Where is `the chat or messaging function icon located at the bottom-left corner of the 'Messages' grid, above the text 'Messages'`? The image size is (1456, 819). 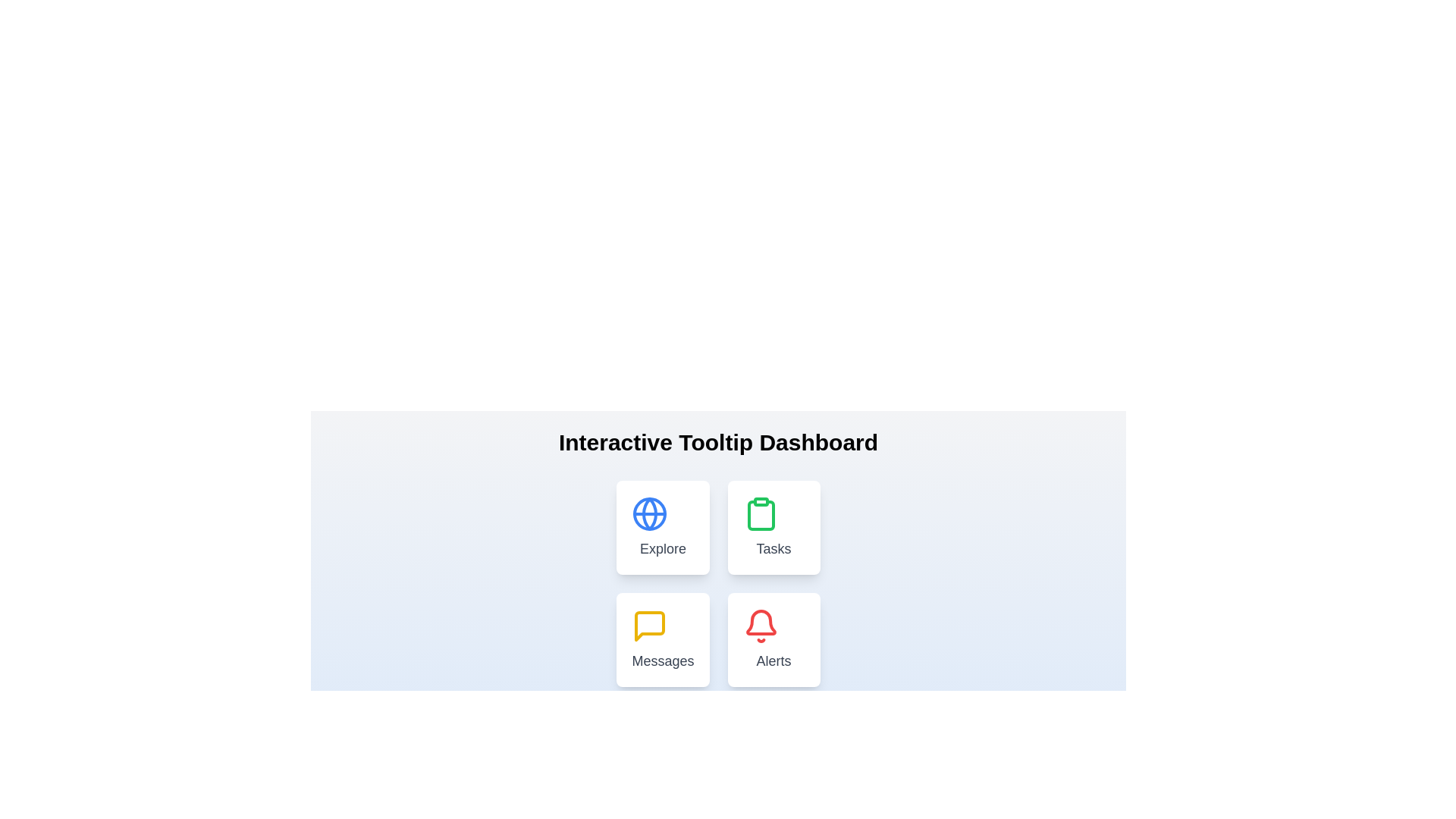 the chat or messaging function icon located at the bottom-left corner of the 'Messages' grid, above the text 'Messages' is located at coordinates (650, 626).